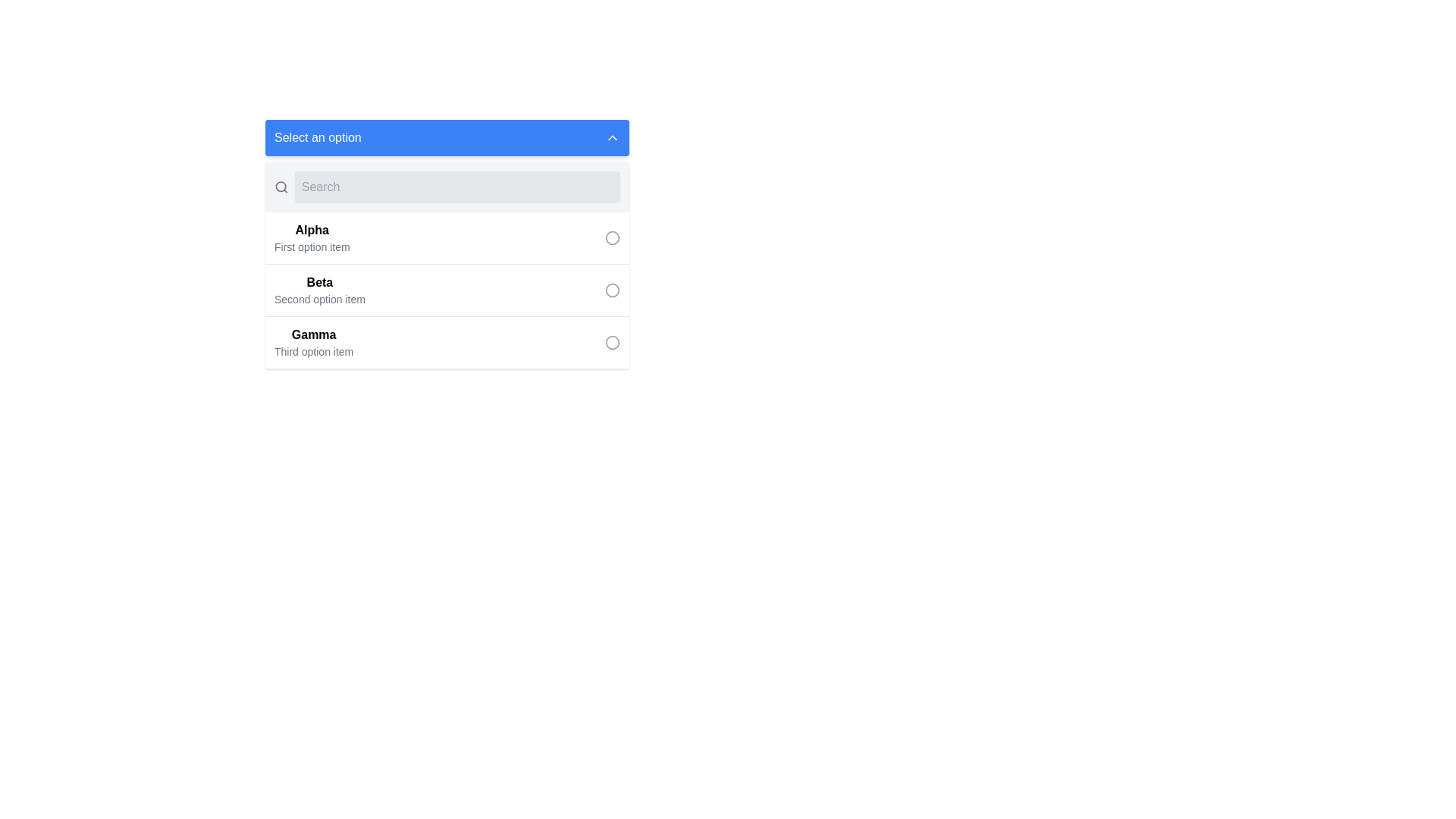  Describe the element at coordinates (447, 290) in the screenshot. I see `the second item in the selectable list, which is located below the 'Alpha' option and above the 'Gamma' option, for emphasis` at that location.